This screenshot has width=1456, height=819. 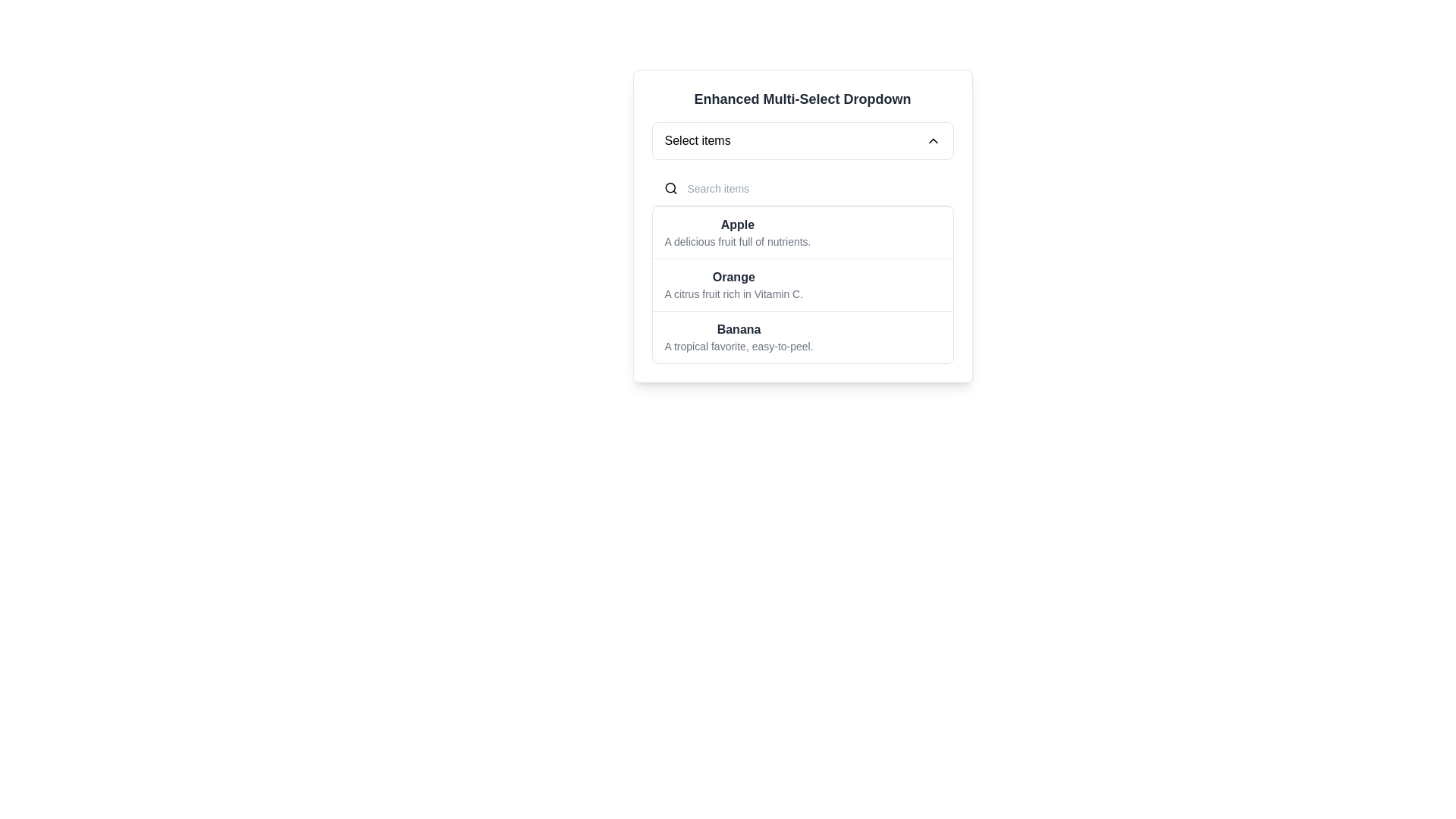 I want to click on the central circle of the search icon located in the dropdown list UI near the input field labeled 'Search items', so click(x=670, y=187).